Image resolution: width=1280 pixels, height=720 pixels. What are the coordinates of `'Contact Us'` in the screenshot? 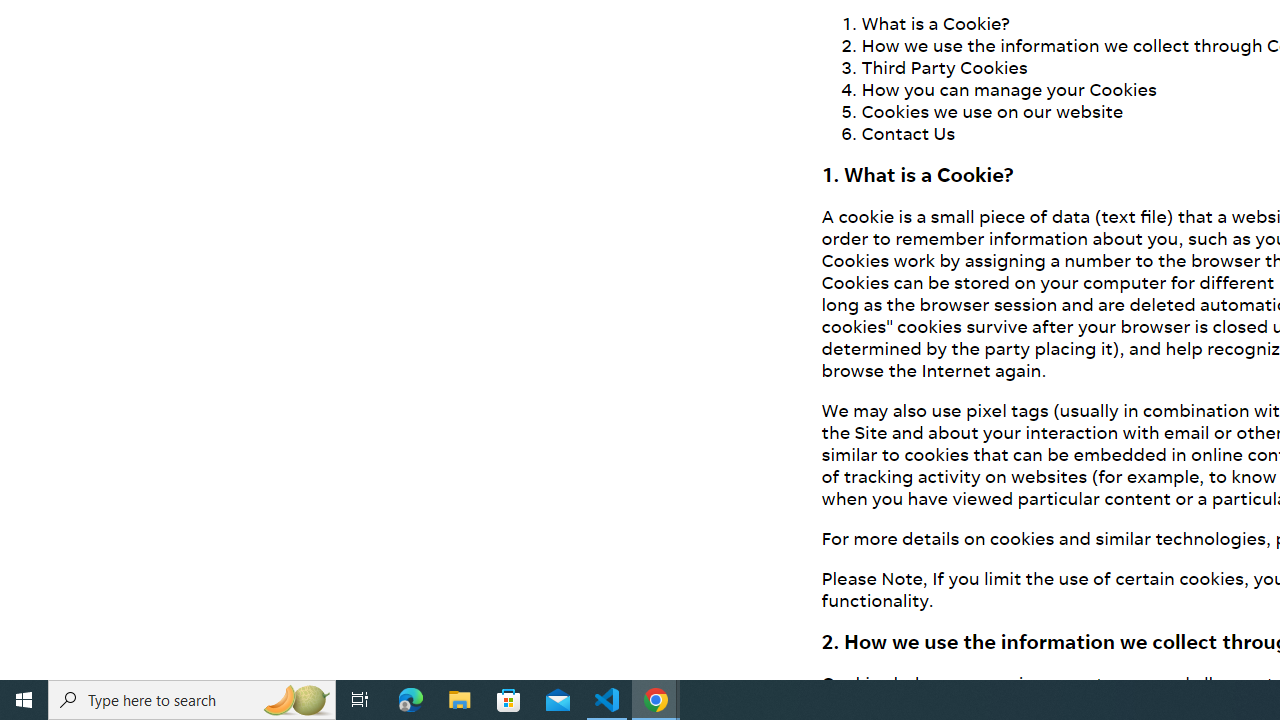 It's located at (907, 132).